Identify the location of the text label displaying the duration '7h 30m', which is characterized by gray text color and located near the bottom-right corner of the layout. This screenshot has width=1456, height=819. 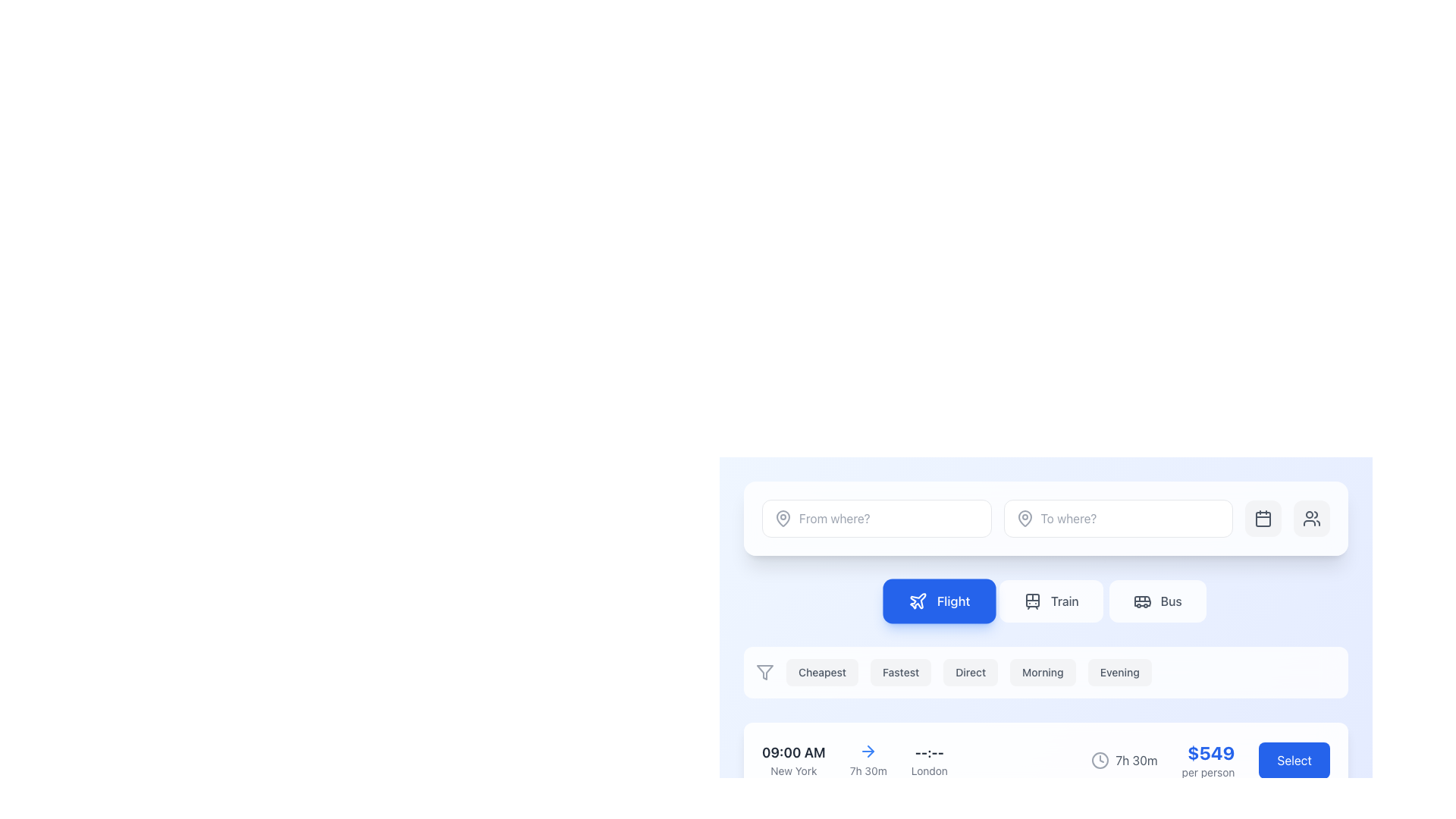
(1136, 760).